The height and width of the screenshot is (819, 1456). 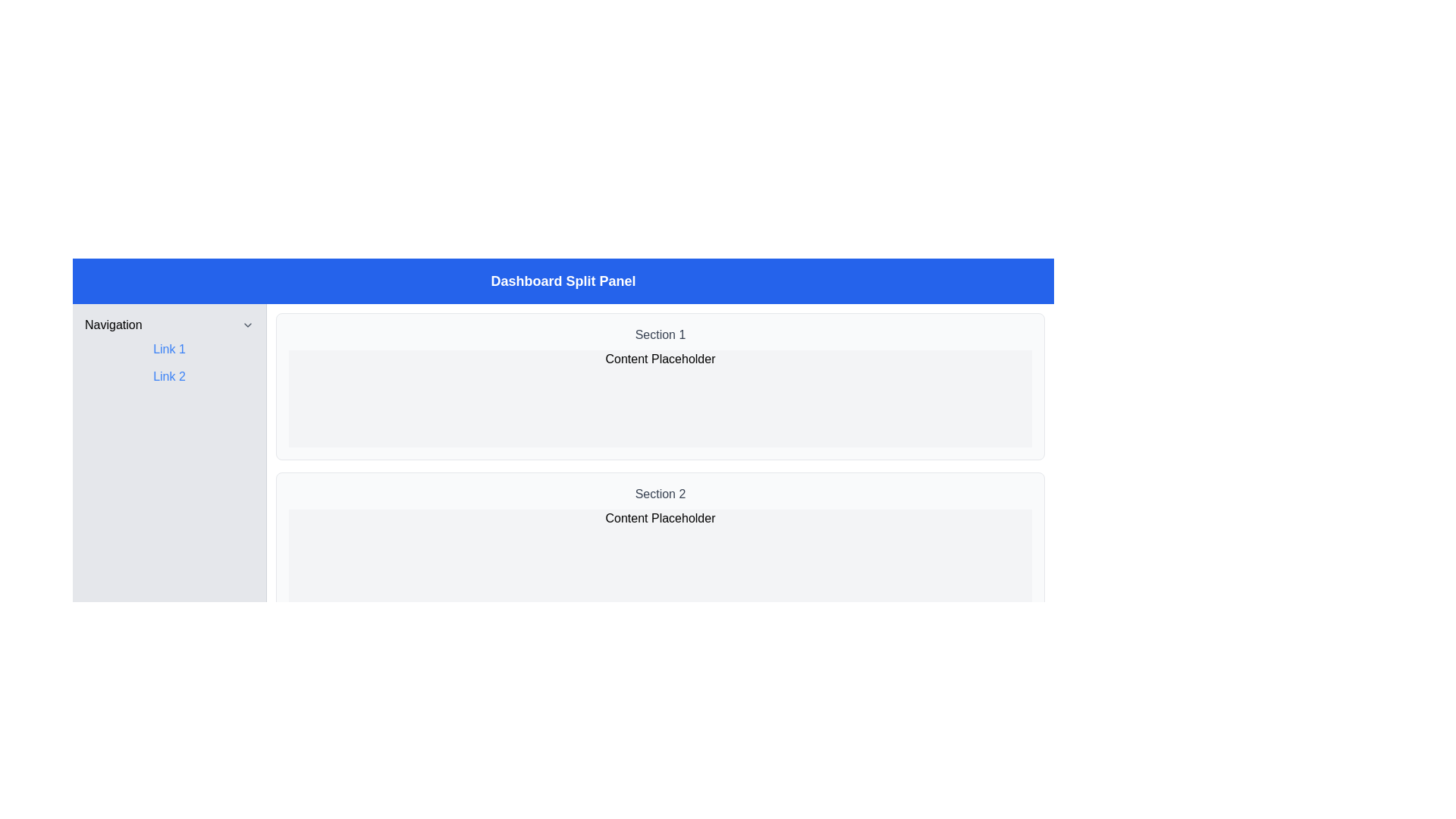 What do you see at coordinates (169, 362) in the screenshot?
I see `'Link 1' in the navigation link group located in the navigation panel on the left side of the interface` at bounding box center [169, 362].